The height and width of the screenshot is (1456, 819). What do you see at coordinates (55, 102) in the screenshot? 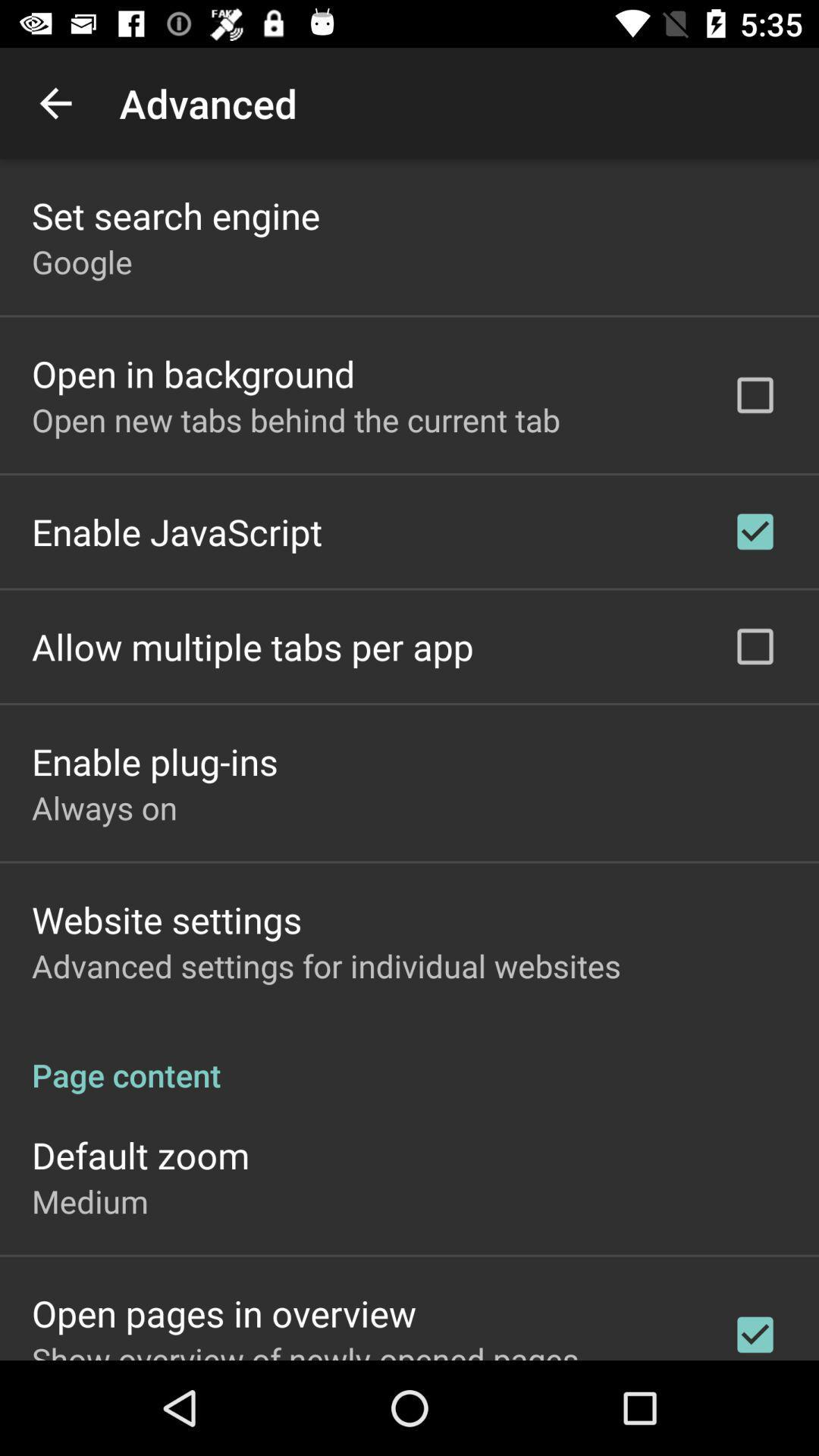
I see `the app above the set search engine item` at bounding box center [55, 102].